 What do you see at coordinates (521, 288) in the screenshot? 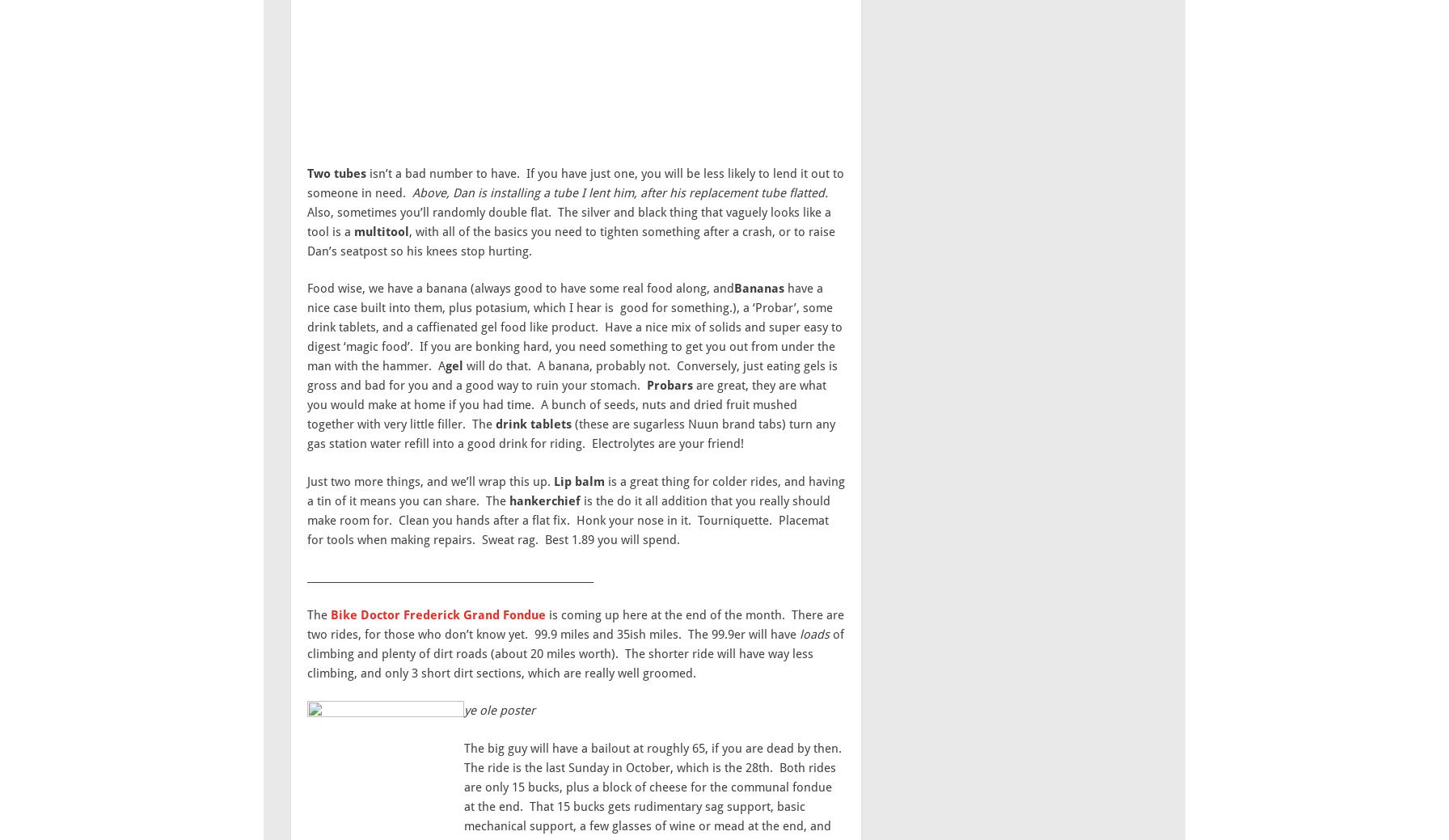
I see `'Food wise, we have a banana (always good to have some real food along, and'` at bounding box center [521, 288].